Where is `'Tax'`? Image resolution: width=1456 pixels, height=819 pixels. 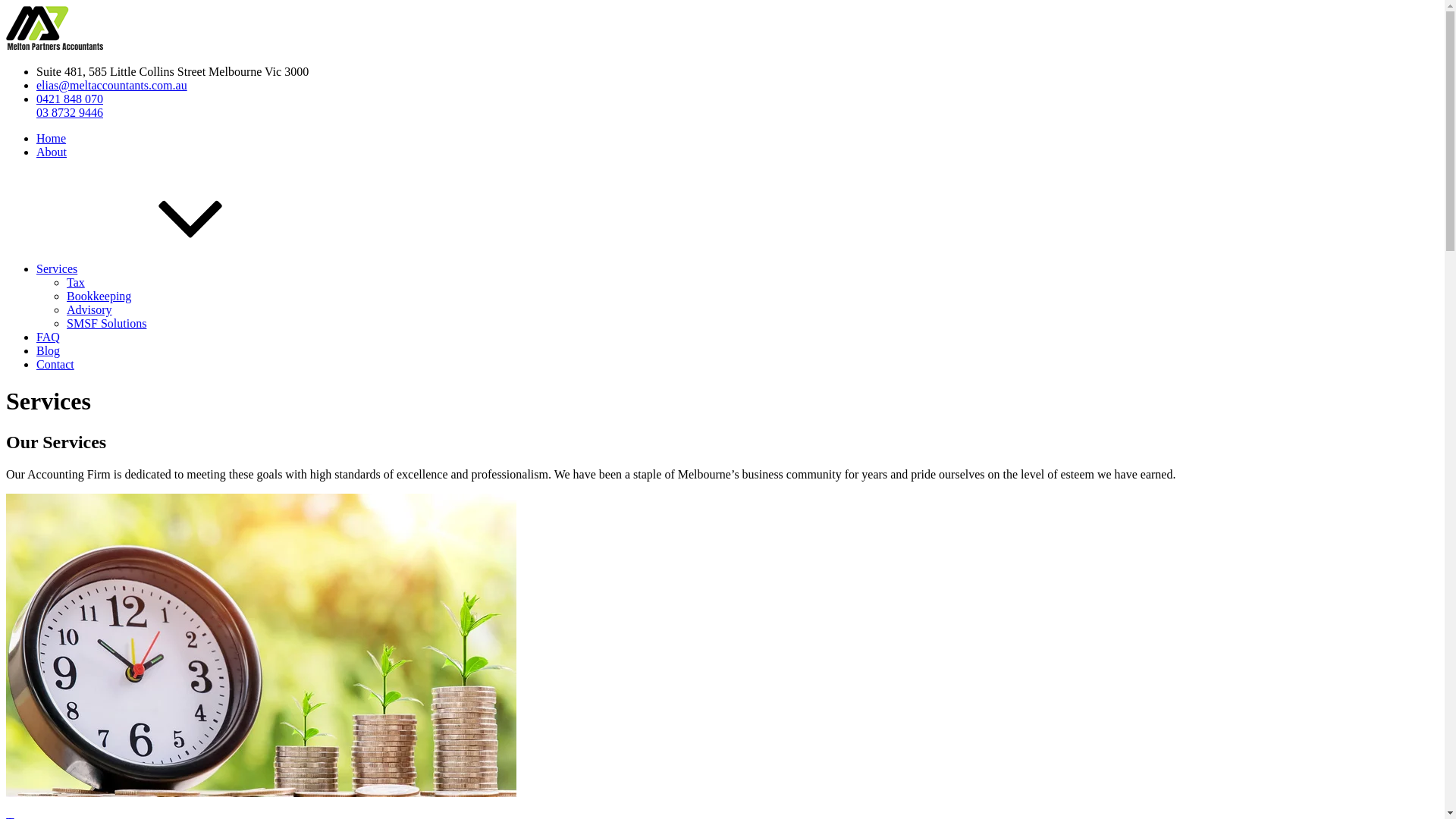
'Tax' is located at coordinates (75, 282).